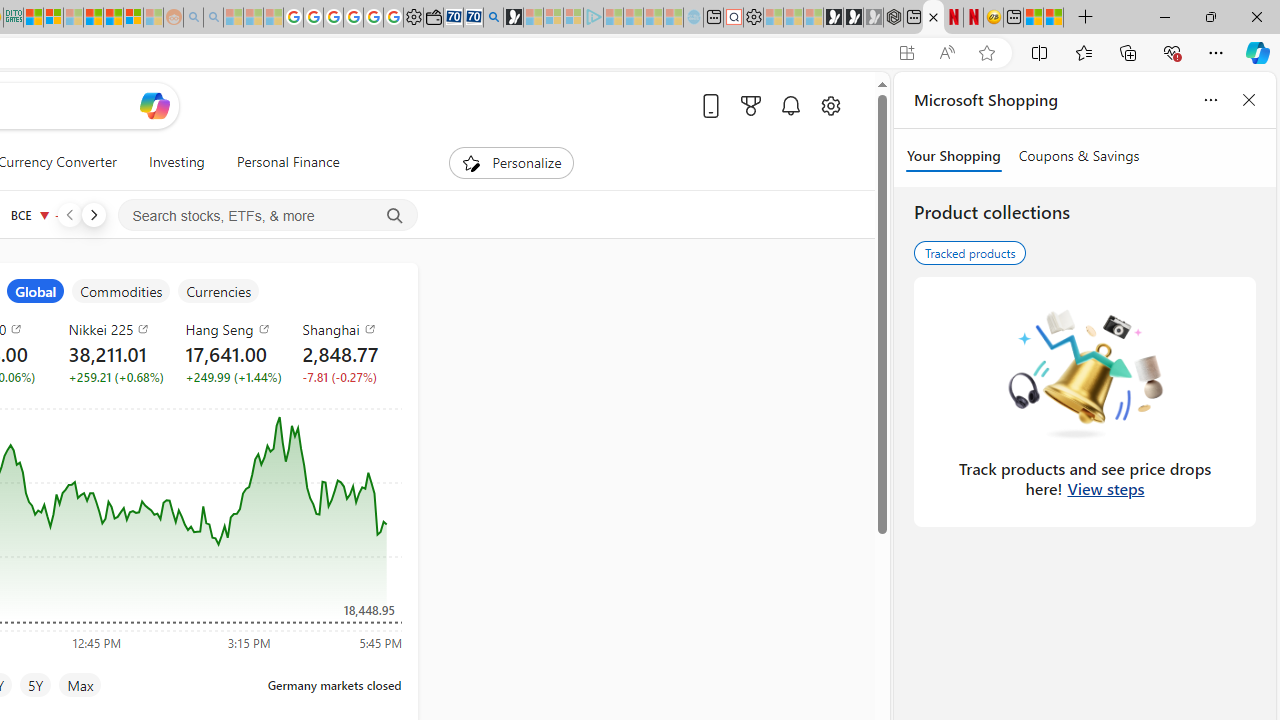 This screenshot has height=720, width=1280. I want to click on 'Bing Real Estate - Home sales and rental listings', so click(493, 17).